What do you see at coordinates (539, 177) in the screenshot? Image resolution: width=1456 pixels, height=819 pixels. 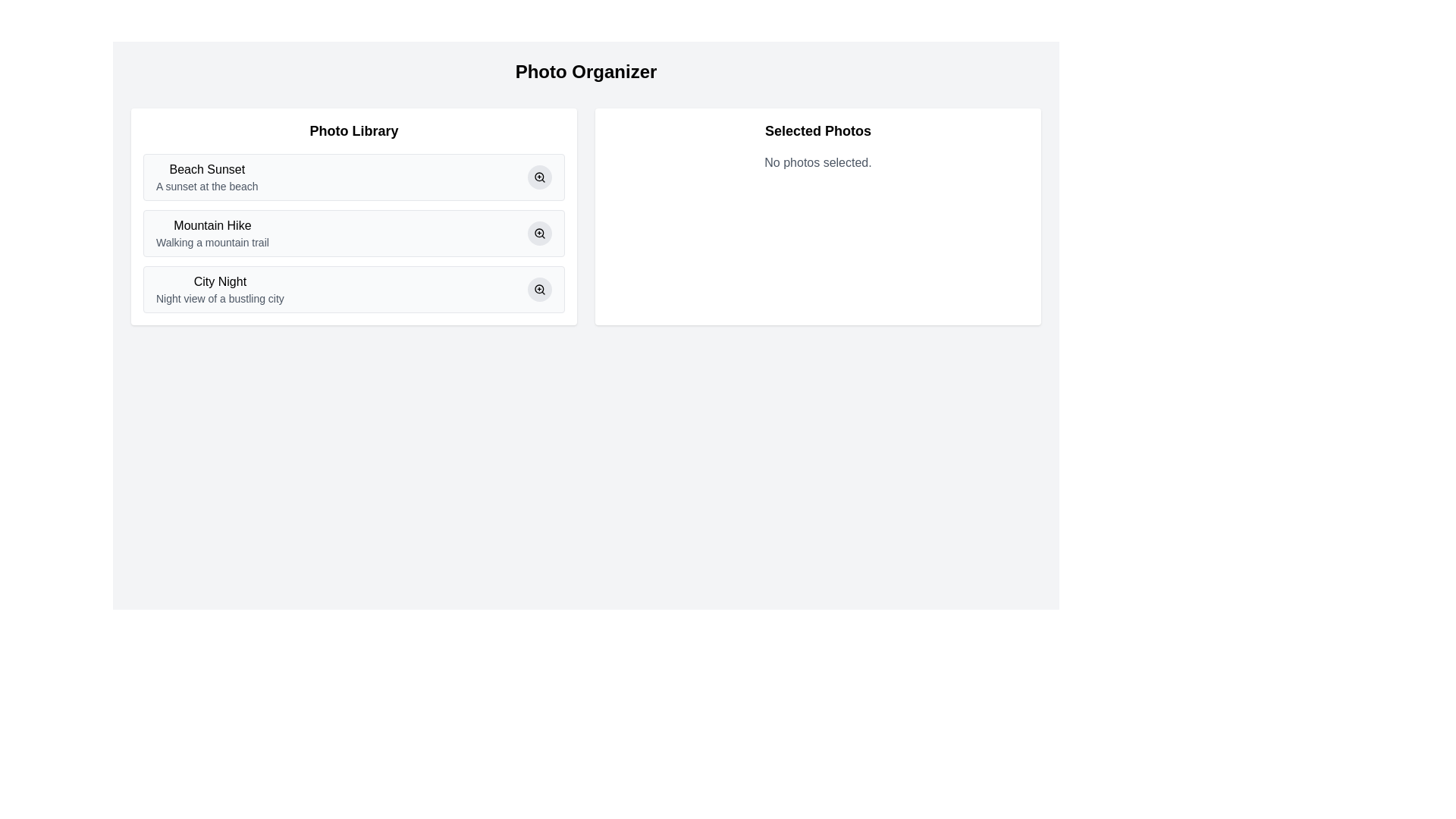 I see `the button located to the right of the 'Beach Sunset' list item in the 'Photo Library' panel to zoom or view the 'Beach Sunset' image in detail` at bounding box center [539, 177].